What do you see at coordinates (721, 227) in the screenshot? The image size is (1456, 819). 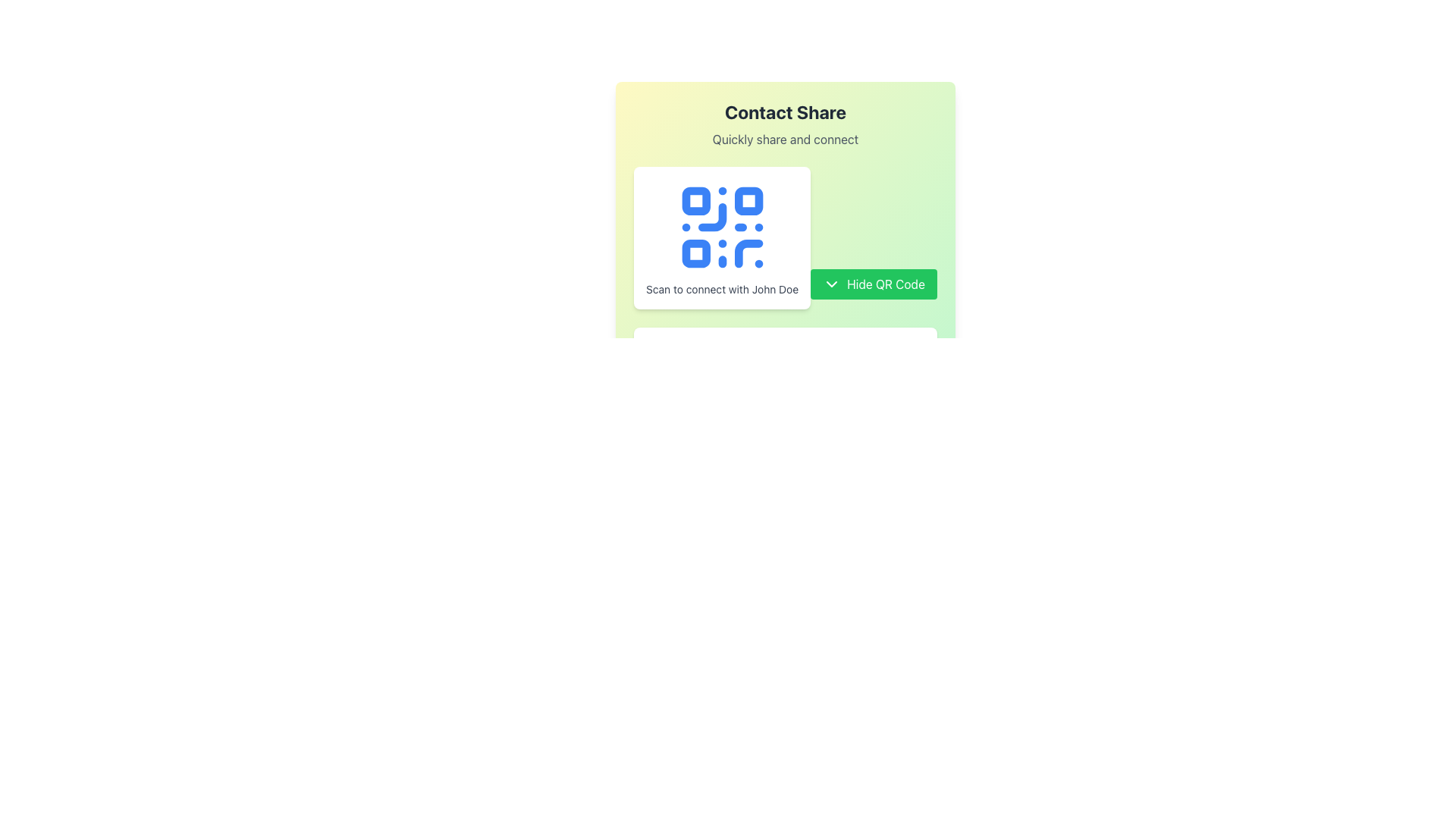 I see `the QR code icon, which is styled in blue and features a typical QR code pattern, centered within a white rounded rectangular card with the text 'Scan to connect with John Doe' below it` at bounding box center [721, 227].